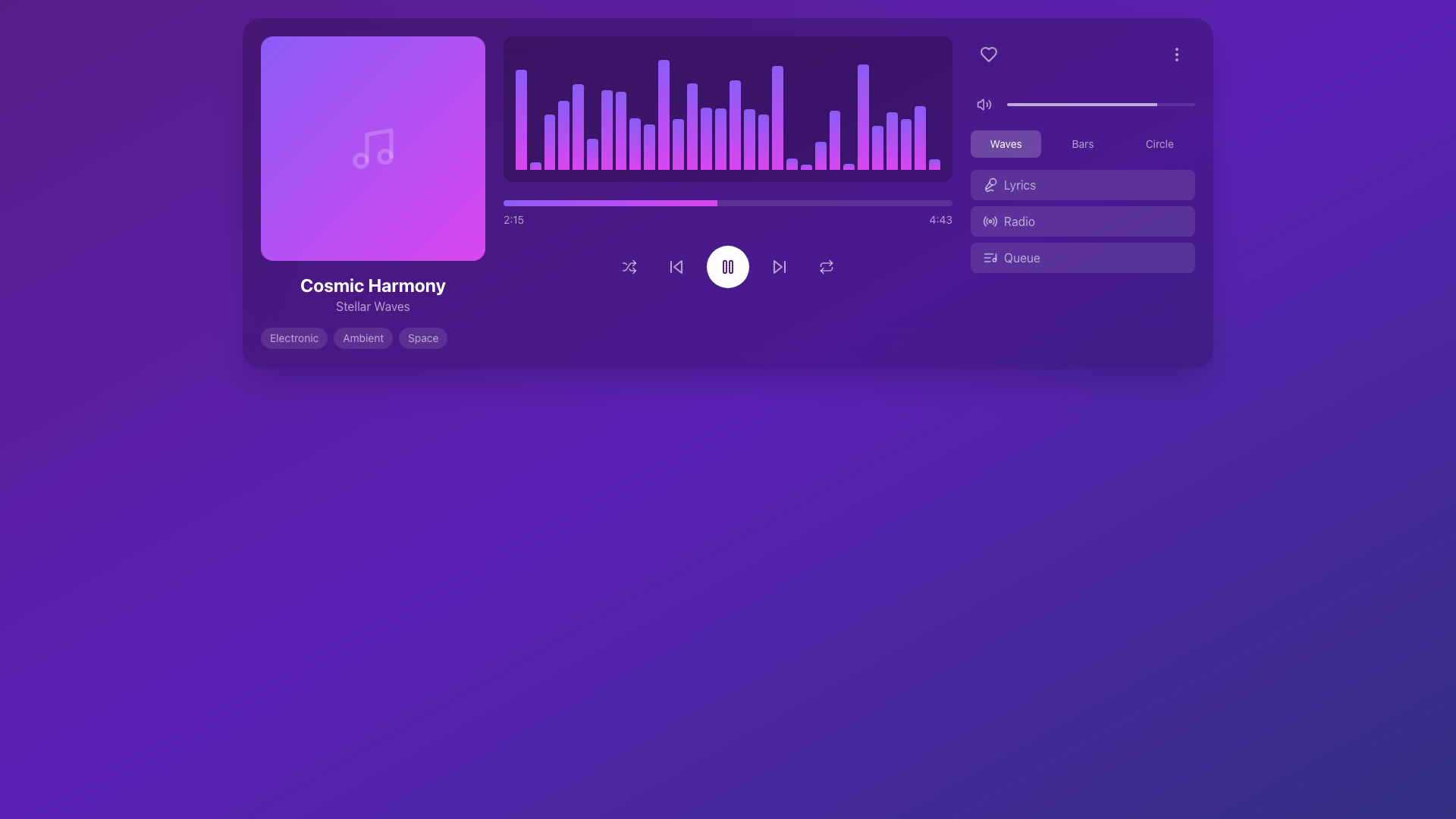  I want to click on the 14th bar in the visual equalizer display, which is a vertical rectangle with a gradient background transitioning from fuchsia at the bottom to violet at the top and has rounded top corners, so click(705, 139).